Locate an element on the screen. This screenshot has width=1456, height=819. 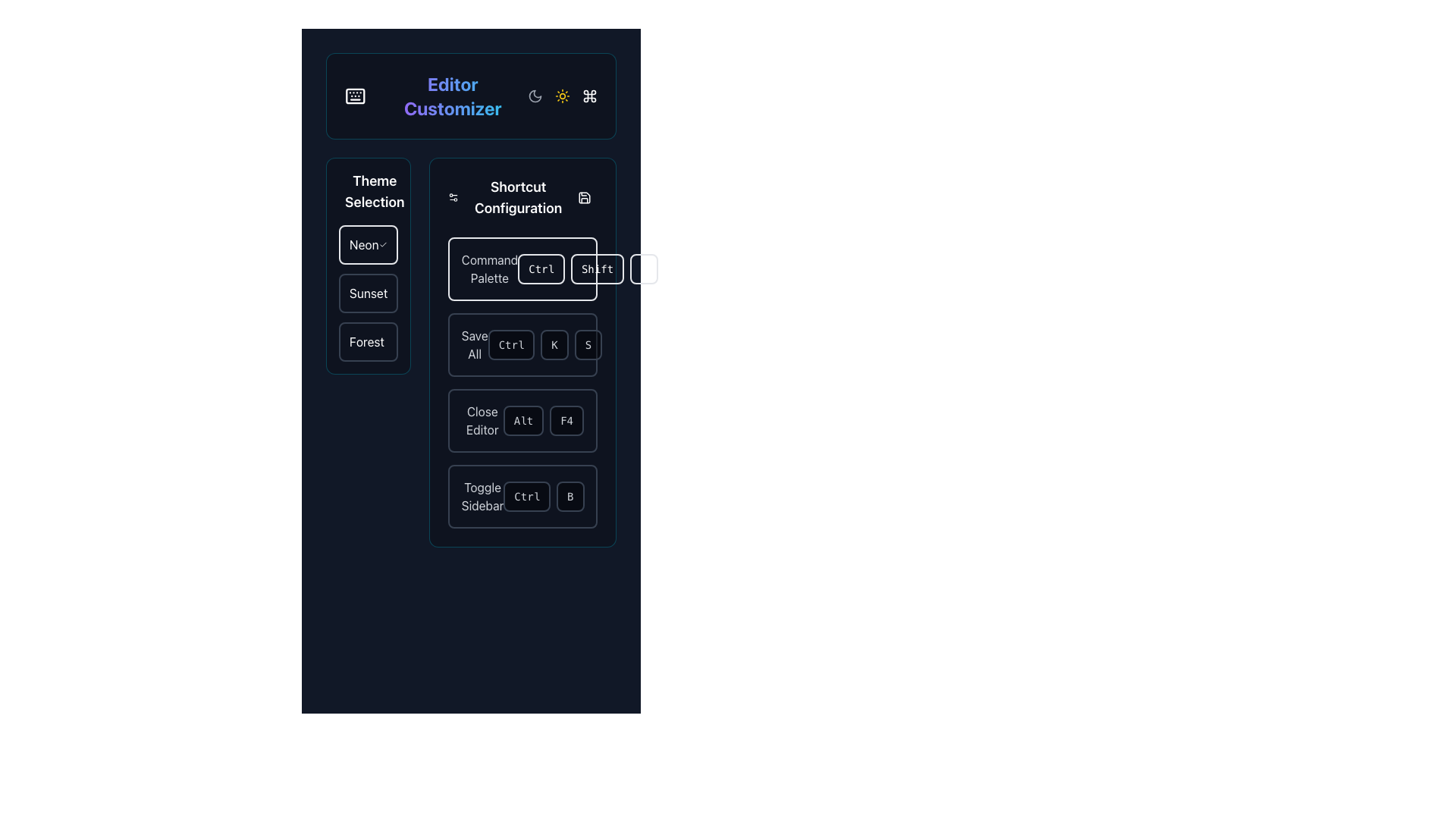
the keyboard shortcut button representing 'Ctrl', which is located to the right of the 'Toggle Sidebar' text in the shortcut configuration section is located at coordinates (544, 497).